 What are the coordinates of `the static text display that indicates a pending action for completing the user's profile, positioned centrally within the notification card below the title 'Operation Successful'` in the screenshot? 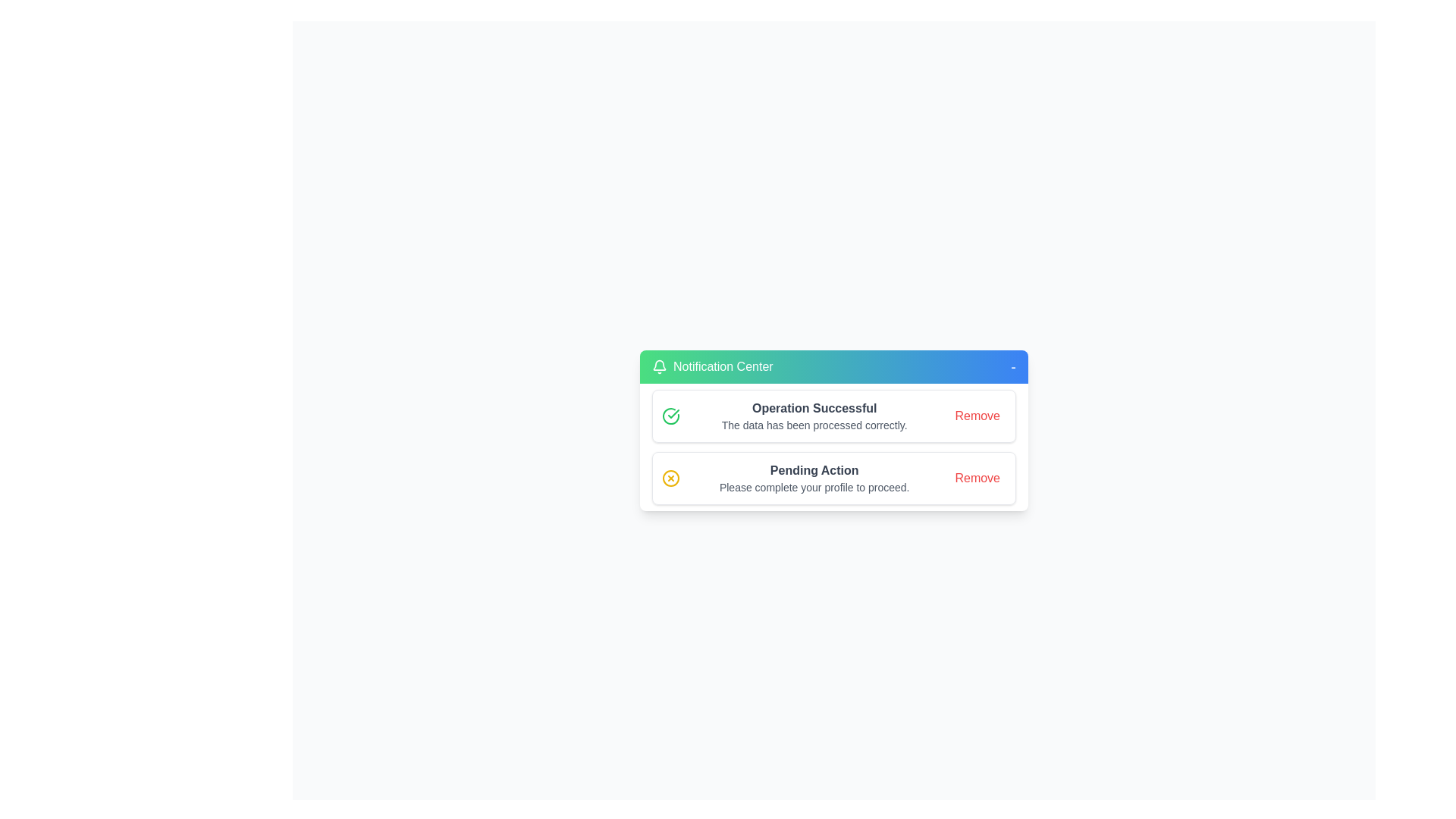 It's located at (814, 479).